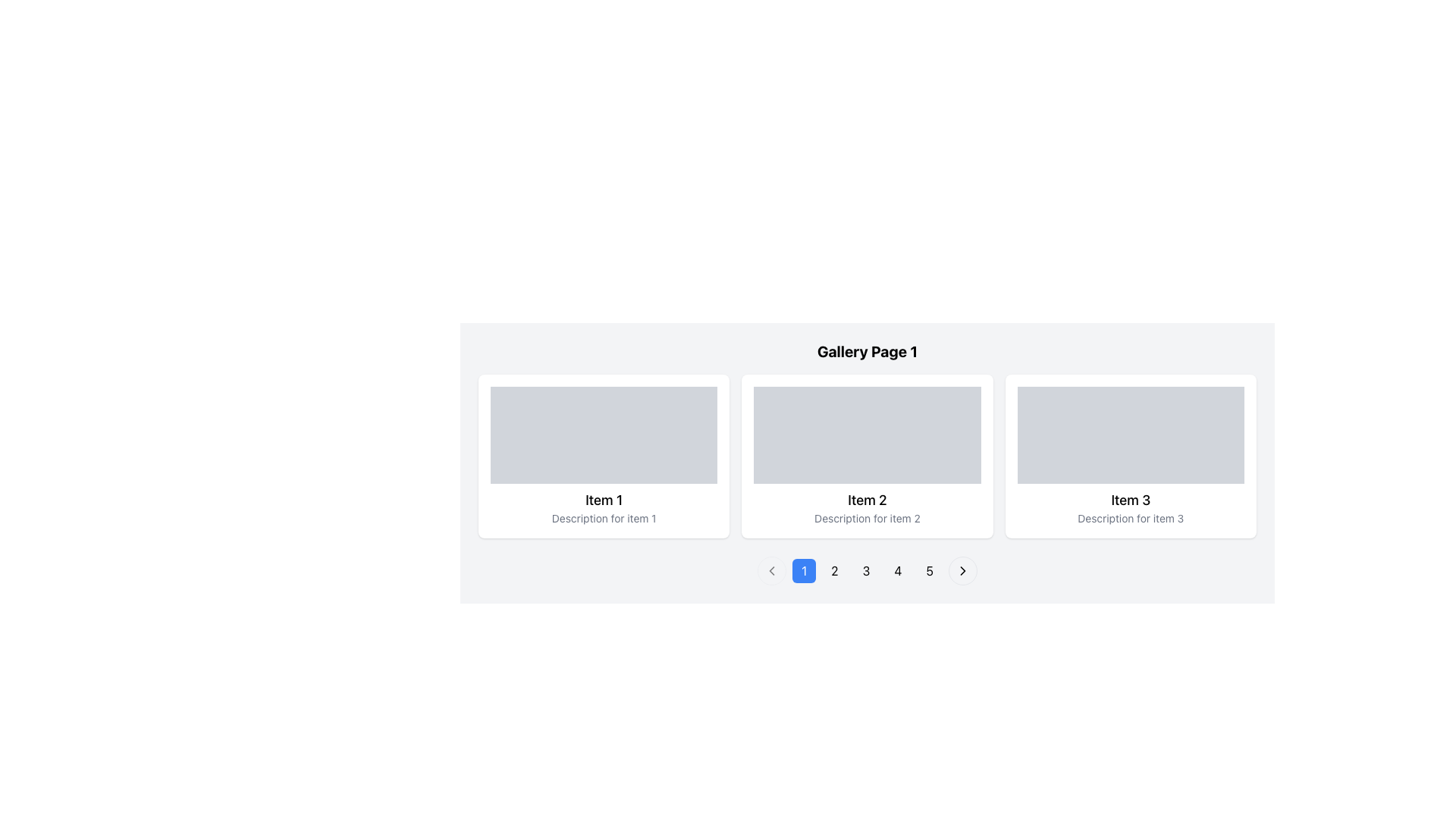 The width and height of the screenshot is (1456, 819). I want to click on the text label located in the central lower portion of the card, which is directly above the description text and below an image placeholder, so click(603, 500).